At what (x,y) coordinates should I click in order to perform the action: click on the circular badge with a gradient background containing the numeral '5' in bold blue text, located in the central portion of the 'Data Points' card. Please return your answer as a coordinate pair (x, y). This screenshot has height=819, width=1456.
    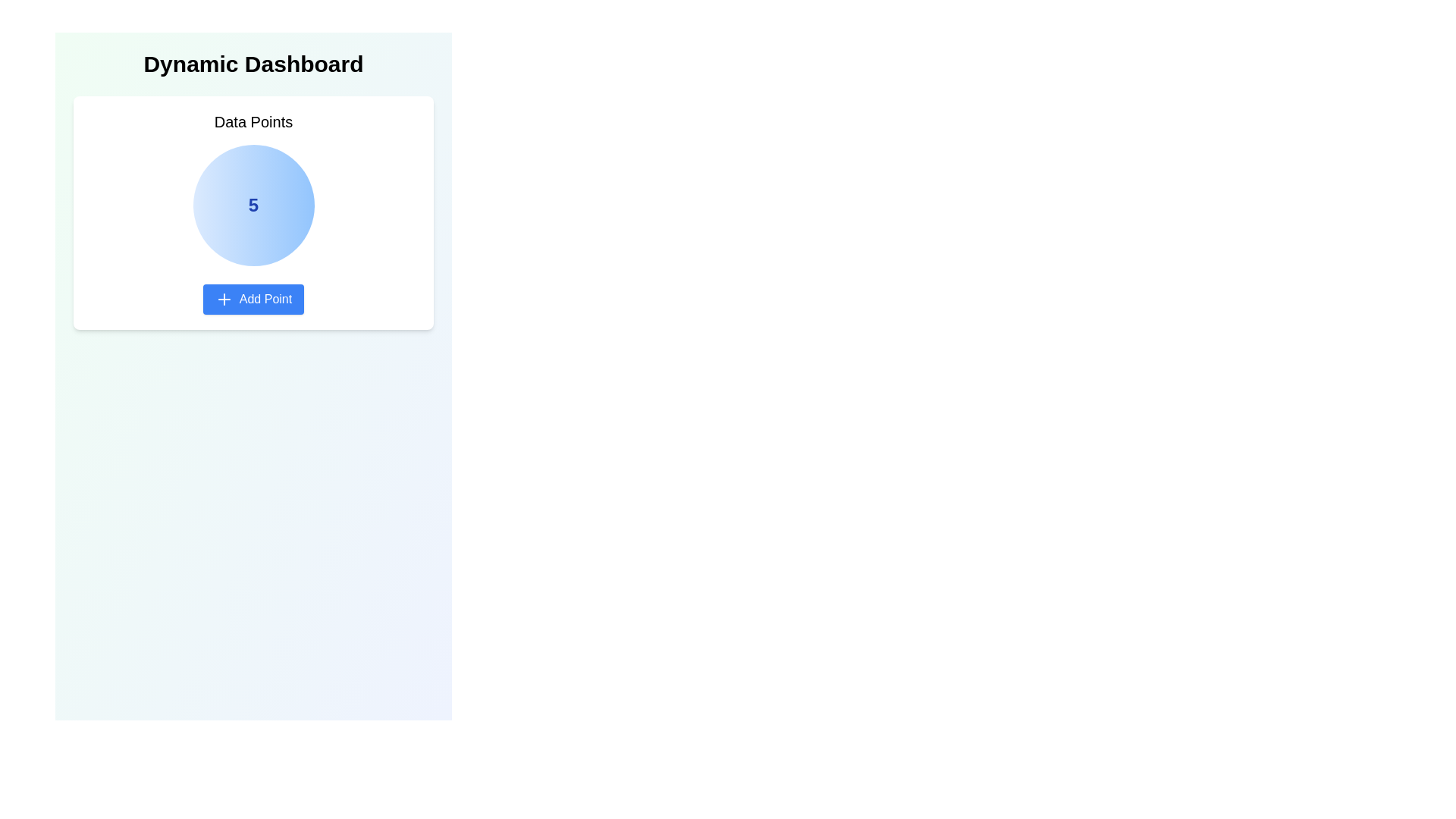
    Looking at the image, I should click on (253, 205).